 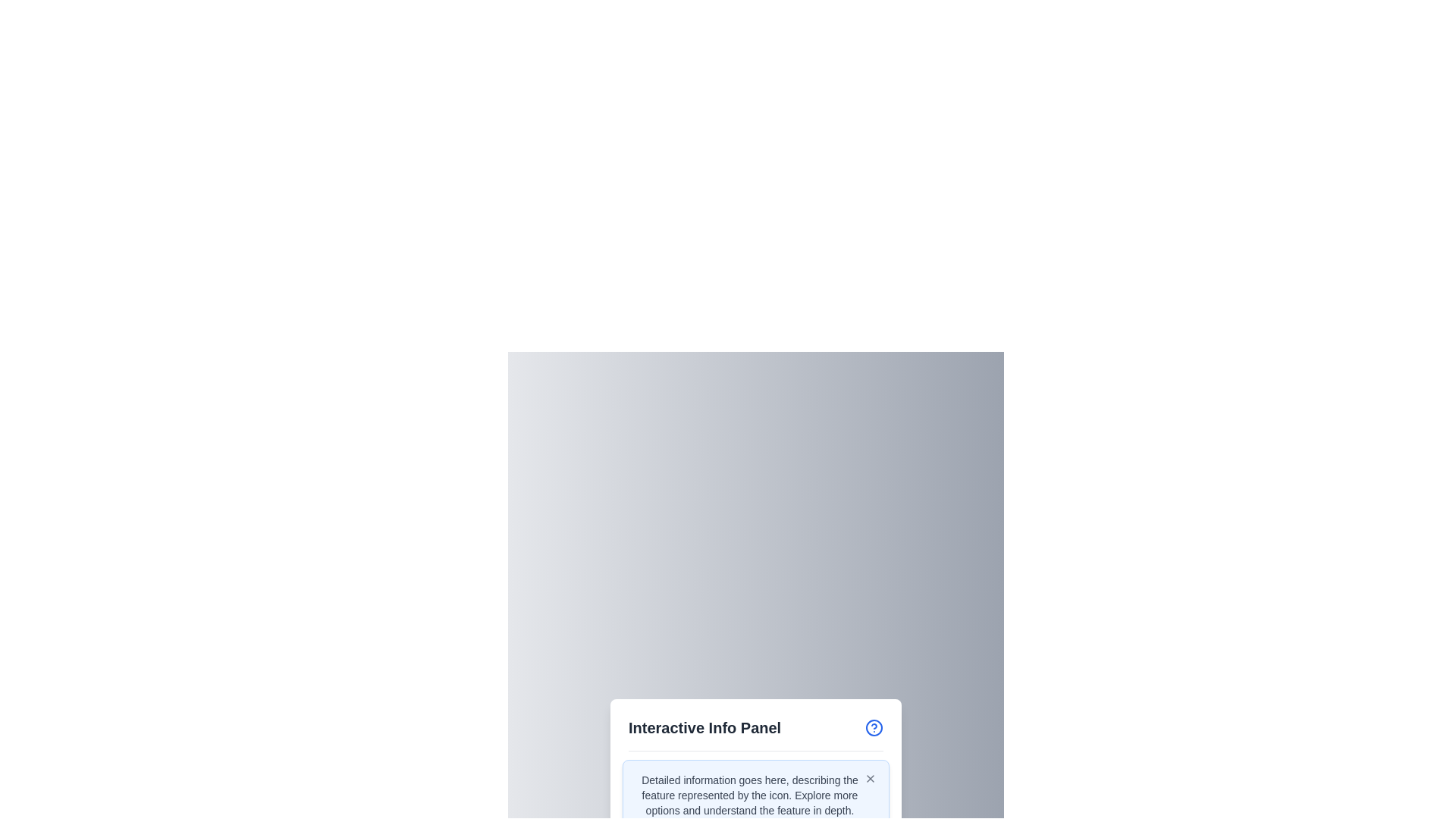 What do you see at coordinates (874, 726) in the screenshot?
I see `the circular shape with a blue outline and white fill that forms the main outline of the question mark icon in the top-right corner of the Interactive Info Panel` at bounding box center [874, 726].